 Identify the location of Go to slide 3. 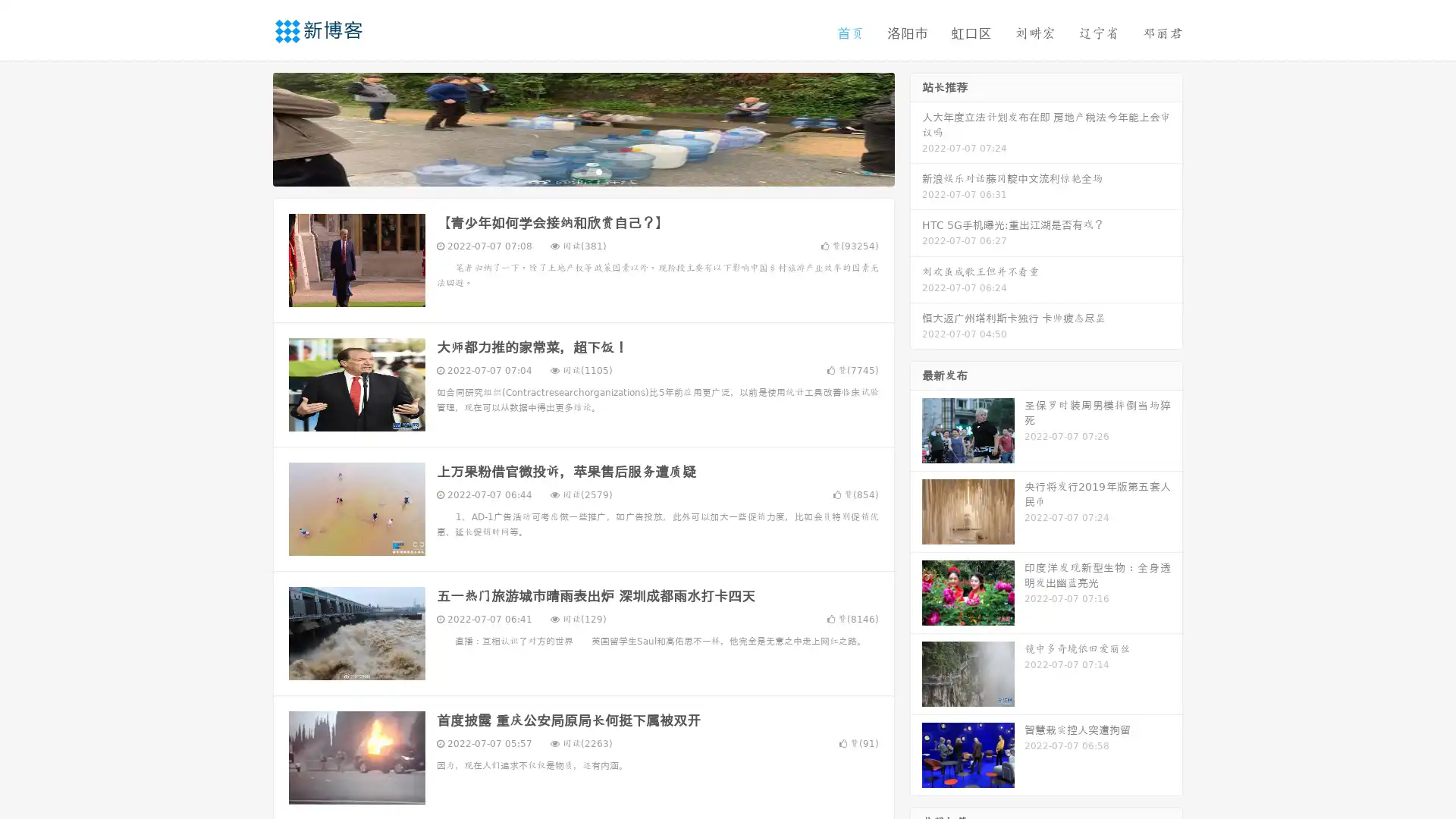
(598, 171).